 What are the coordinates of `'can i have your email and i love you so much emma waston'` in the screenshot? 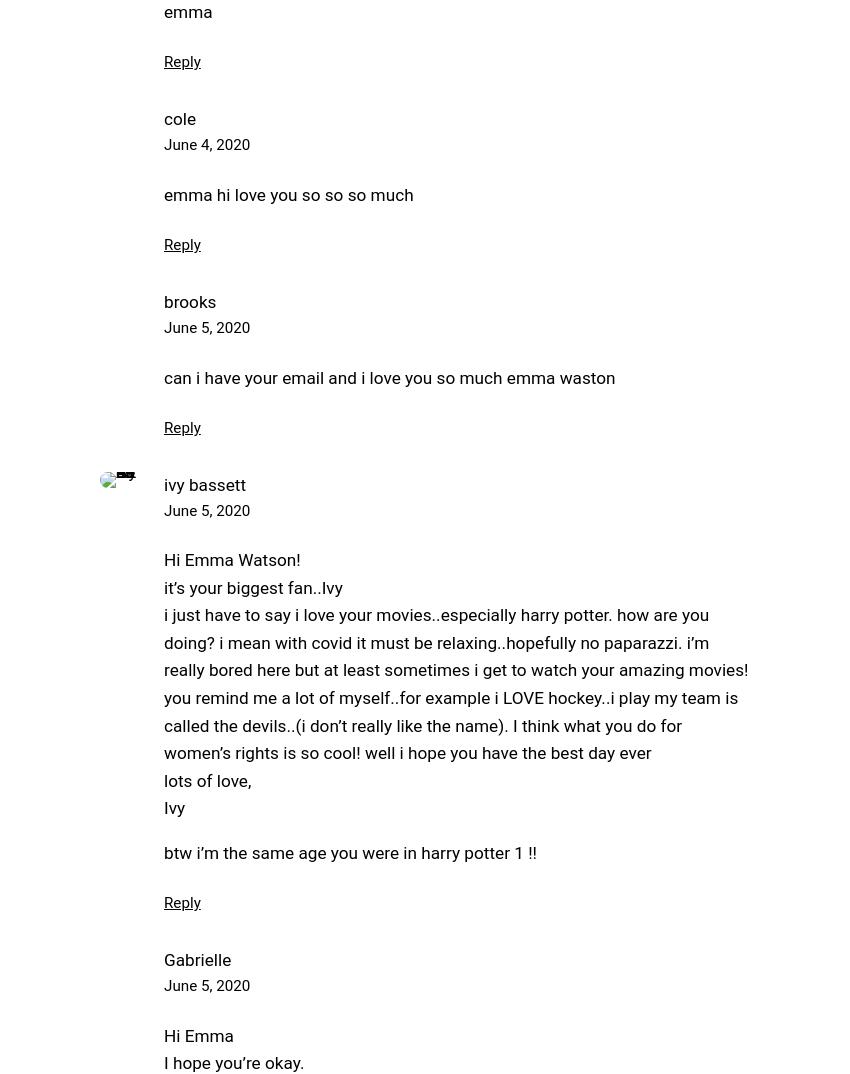 It's located at (389, 375).